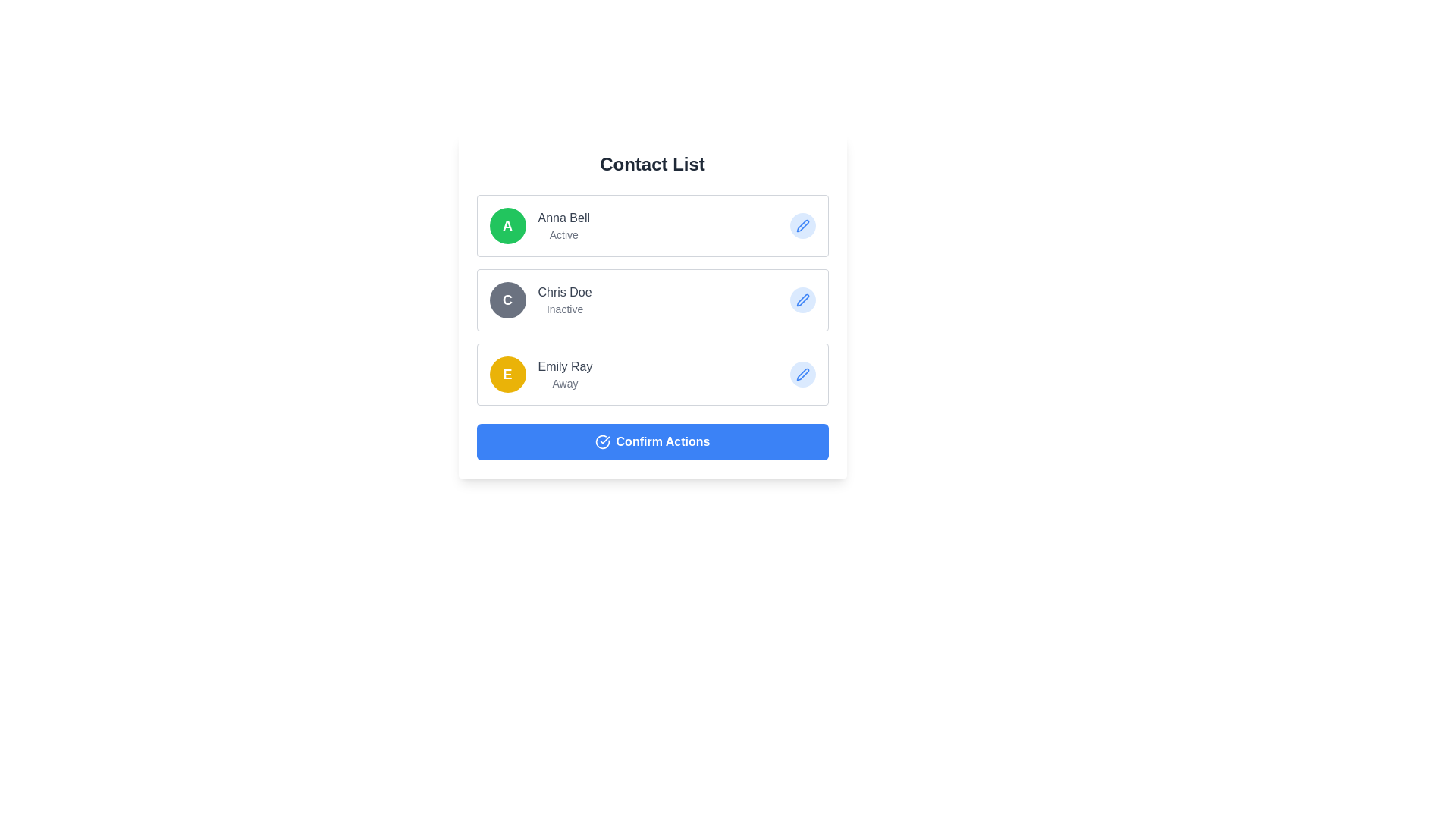  I want to click on the Text display block containing the name 'Anna Bell' and the status 'active', which is part of the first contact entry in the 'Contact List', so click(563, 225).